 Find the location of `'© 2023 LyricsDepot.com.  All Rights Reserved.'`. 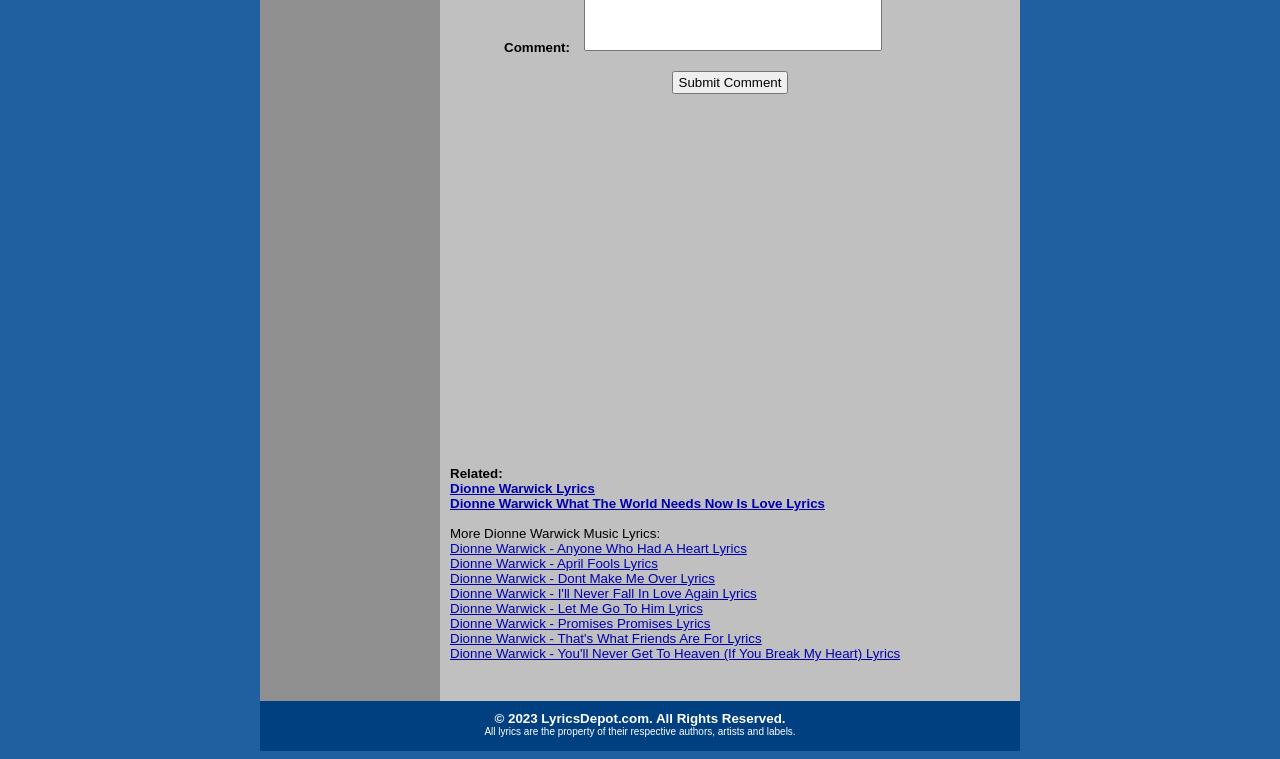

'© 2023 LyricsDepot.com.  All Rights Reserved.' is located at coordinates (638, 718).